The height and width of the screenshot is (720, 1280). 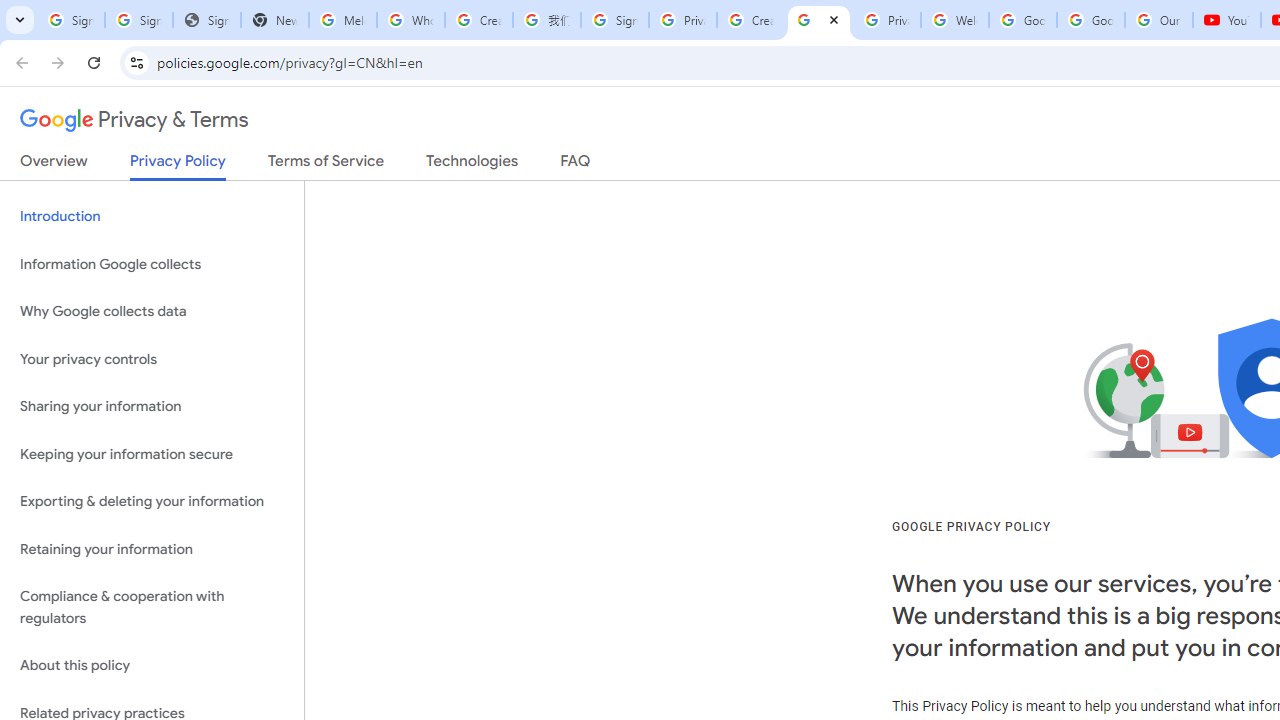 What do you see at coordinates (151, 454) in the screenshot?
I see `'Keeping your information secure'` at bounding box center [151, 454].